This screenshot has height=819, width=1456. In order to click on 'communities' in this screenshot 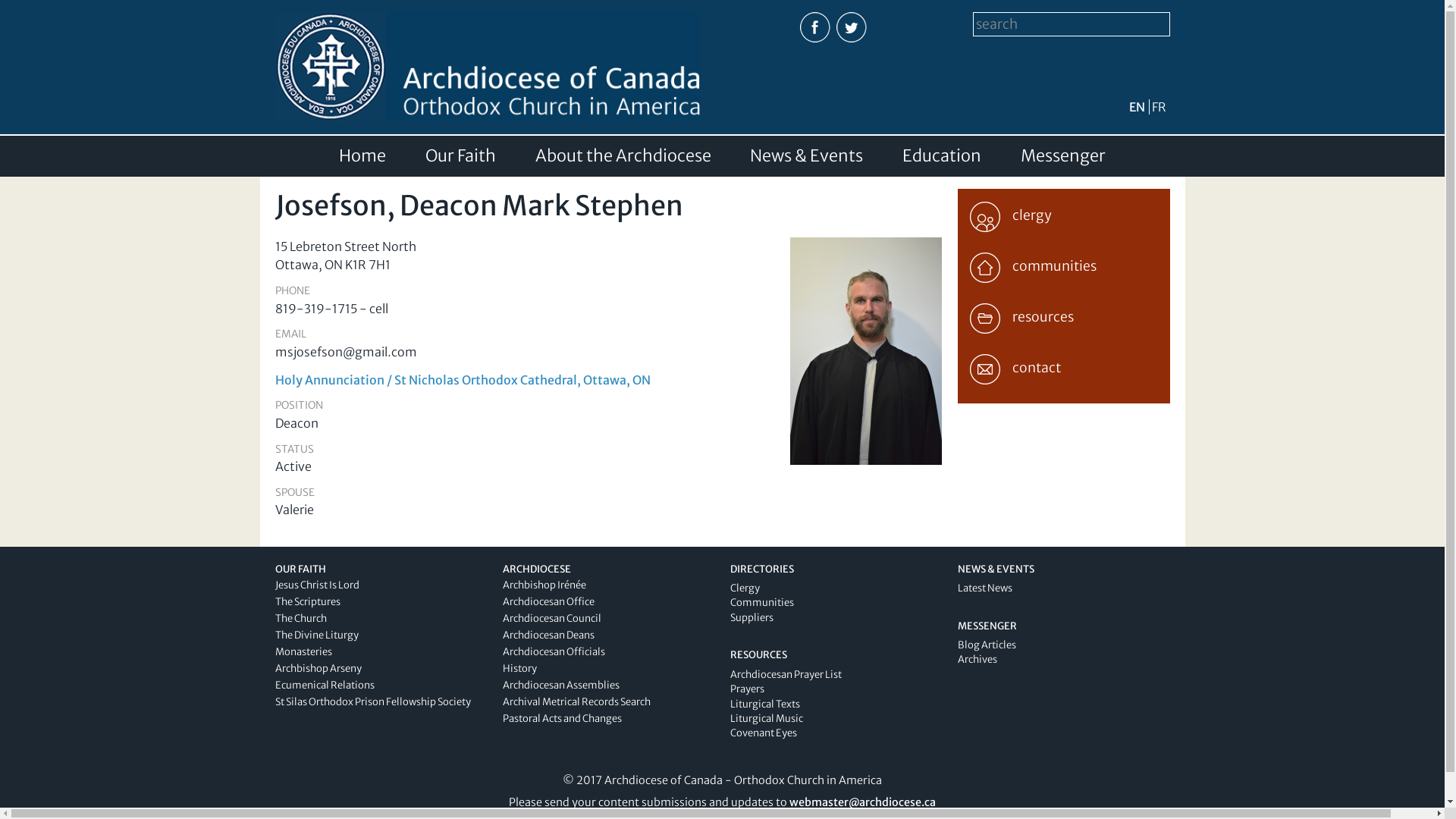, I will do `click(1062, 263)`.